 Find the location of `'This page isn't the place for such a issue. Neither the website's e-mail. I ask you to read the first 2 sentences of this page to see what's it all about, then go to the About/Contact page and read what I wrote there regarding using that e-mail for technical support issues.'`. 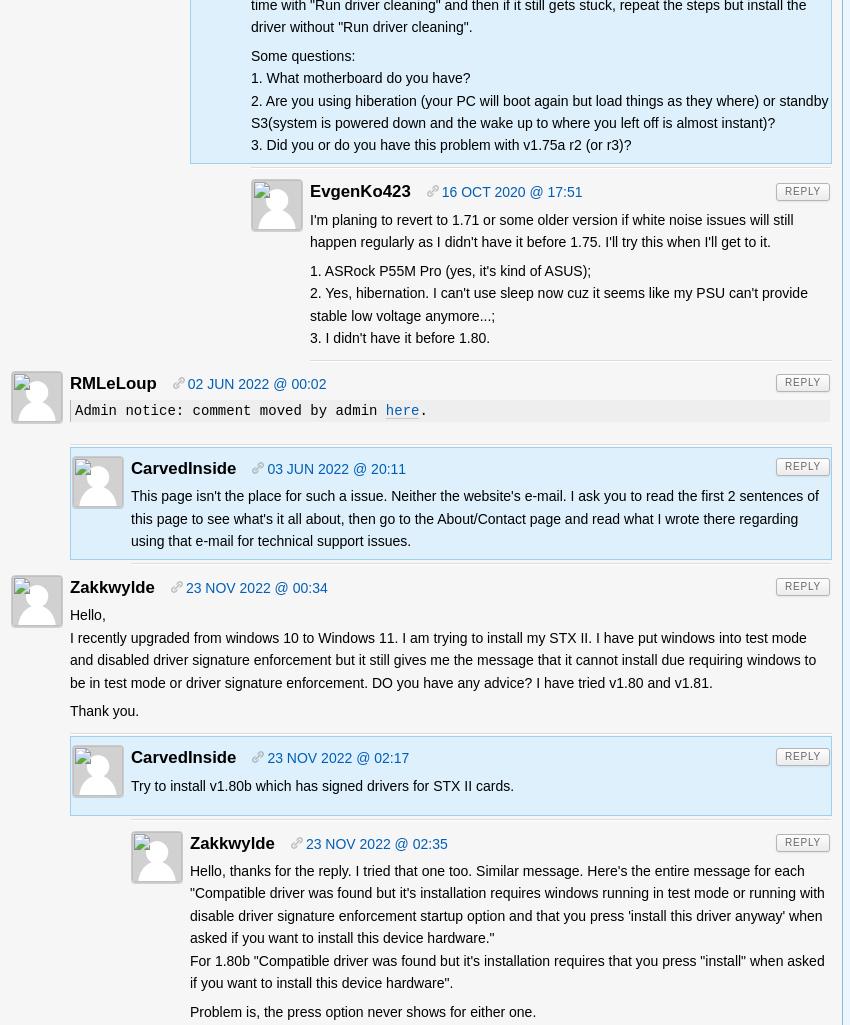

'This page isn't the place for such a issue. Neither the website's e-mail. I ask you to read the first 2 sentences of this page to see what's it all about, then go to the About/Contact page and read what I wrote there regarding using that e-mail for technical support issues.' is located at coordinates (474, 517).